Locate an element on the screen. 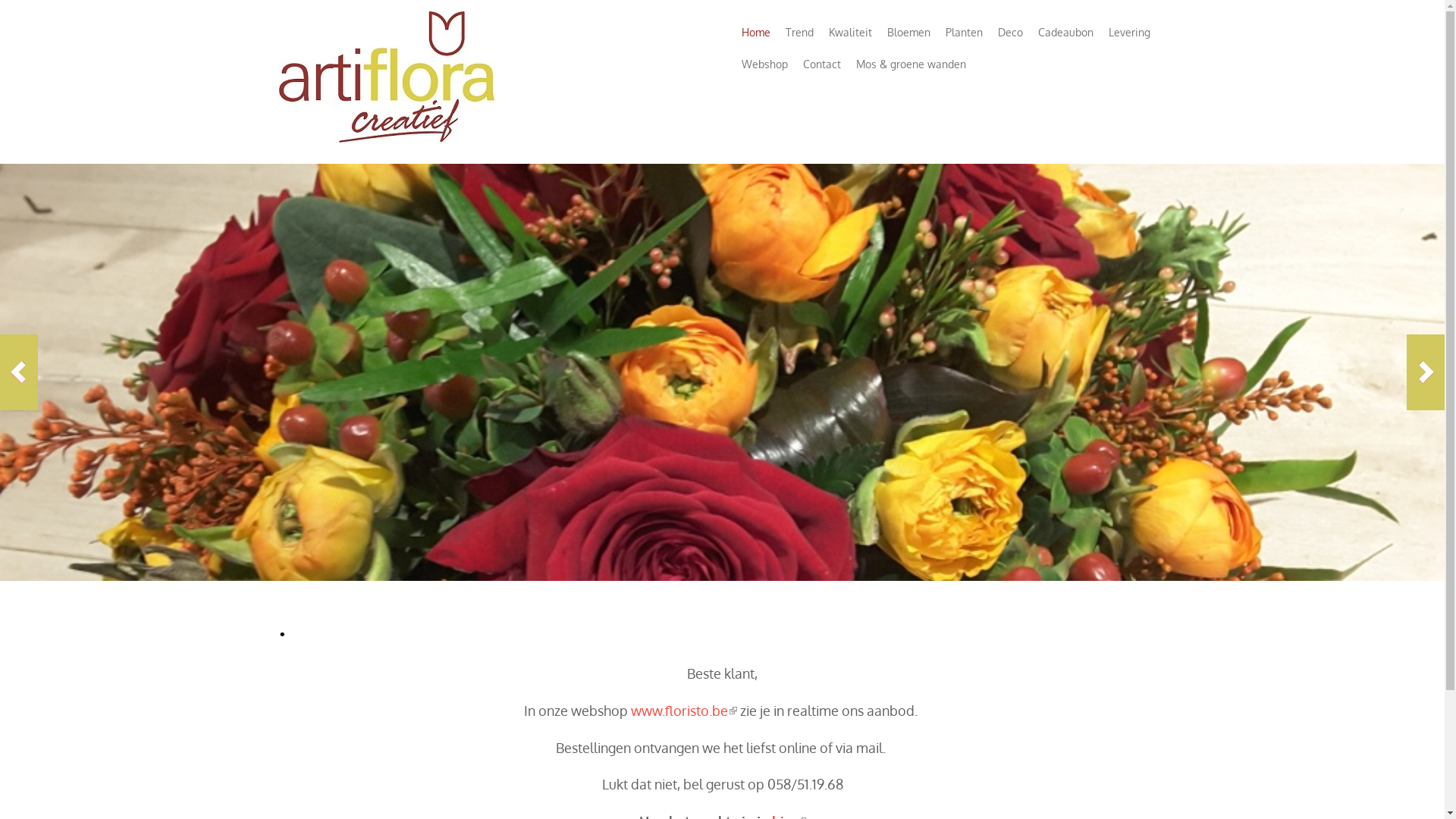 This screenshot has width=1456, height=819. 'Kwaliteit' is located at coordinates (849, 32).